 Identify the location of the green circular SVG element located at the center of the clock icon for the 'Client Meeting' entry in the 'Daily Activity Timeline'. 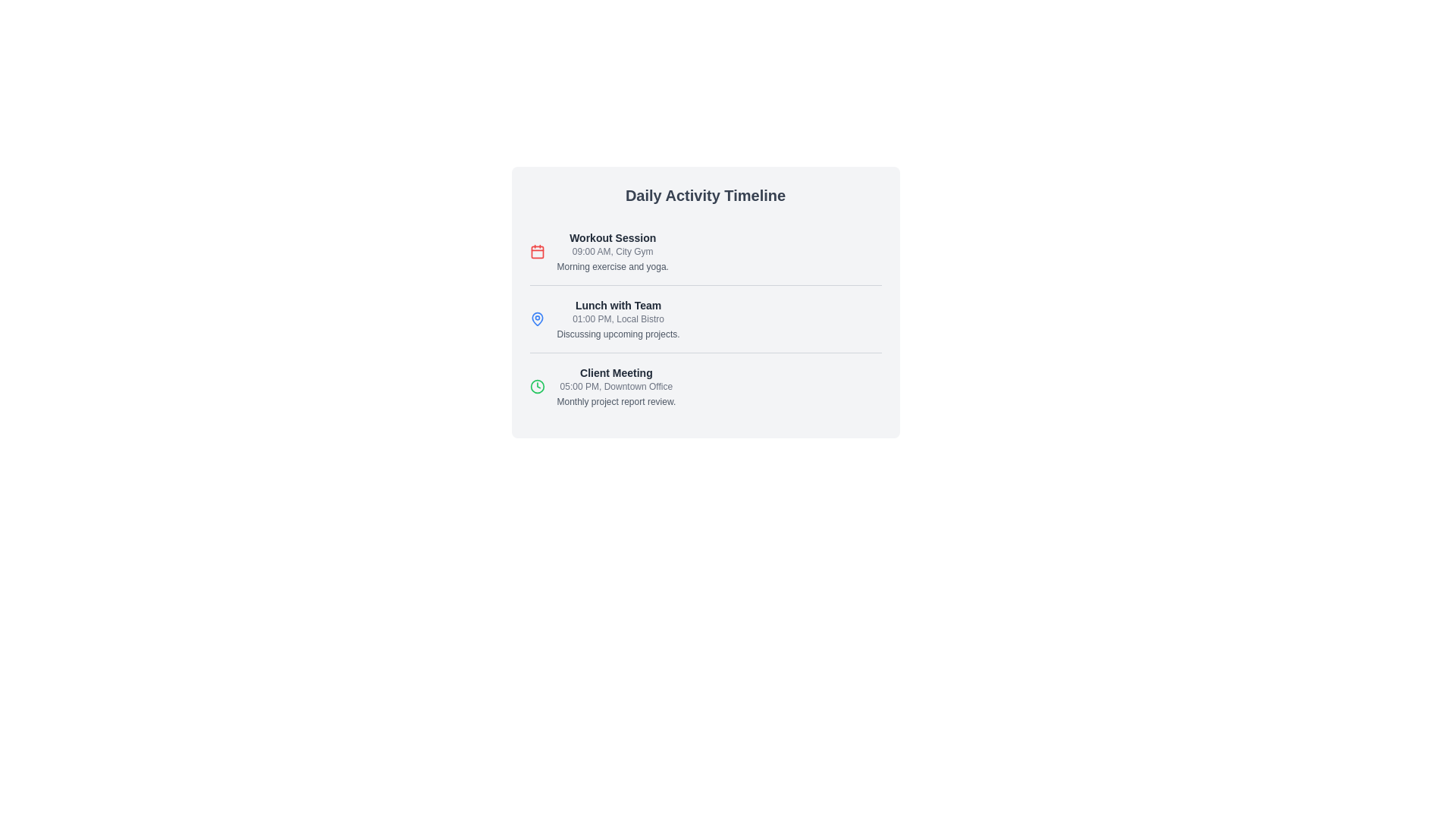
(537, 385).